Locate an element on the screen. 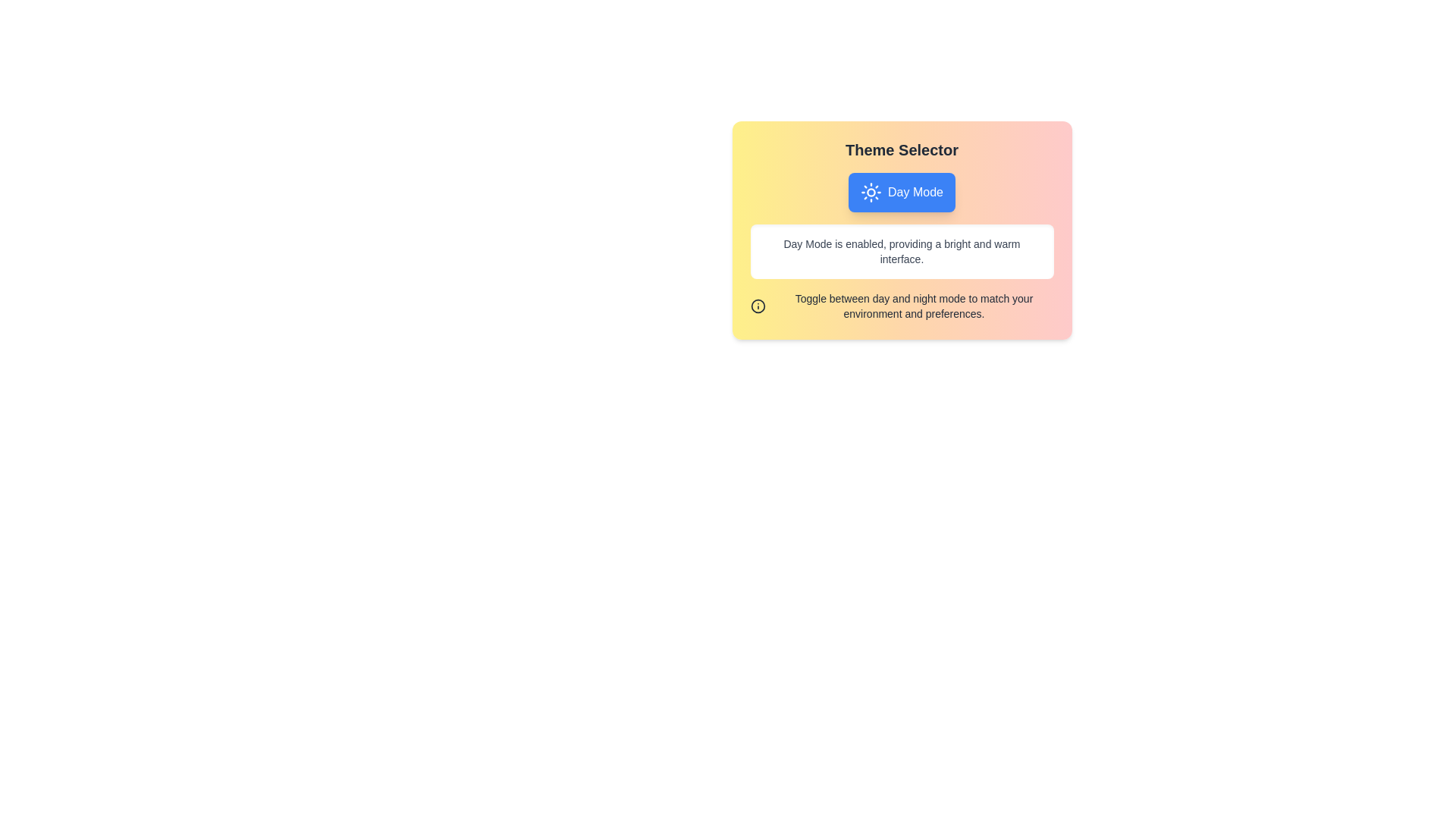  the informational icon to display additional details is located at coordinates (758, 306).